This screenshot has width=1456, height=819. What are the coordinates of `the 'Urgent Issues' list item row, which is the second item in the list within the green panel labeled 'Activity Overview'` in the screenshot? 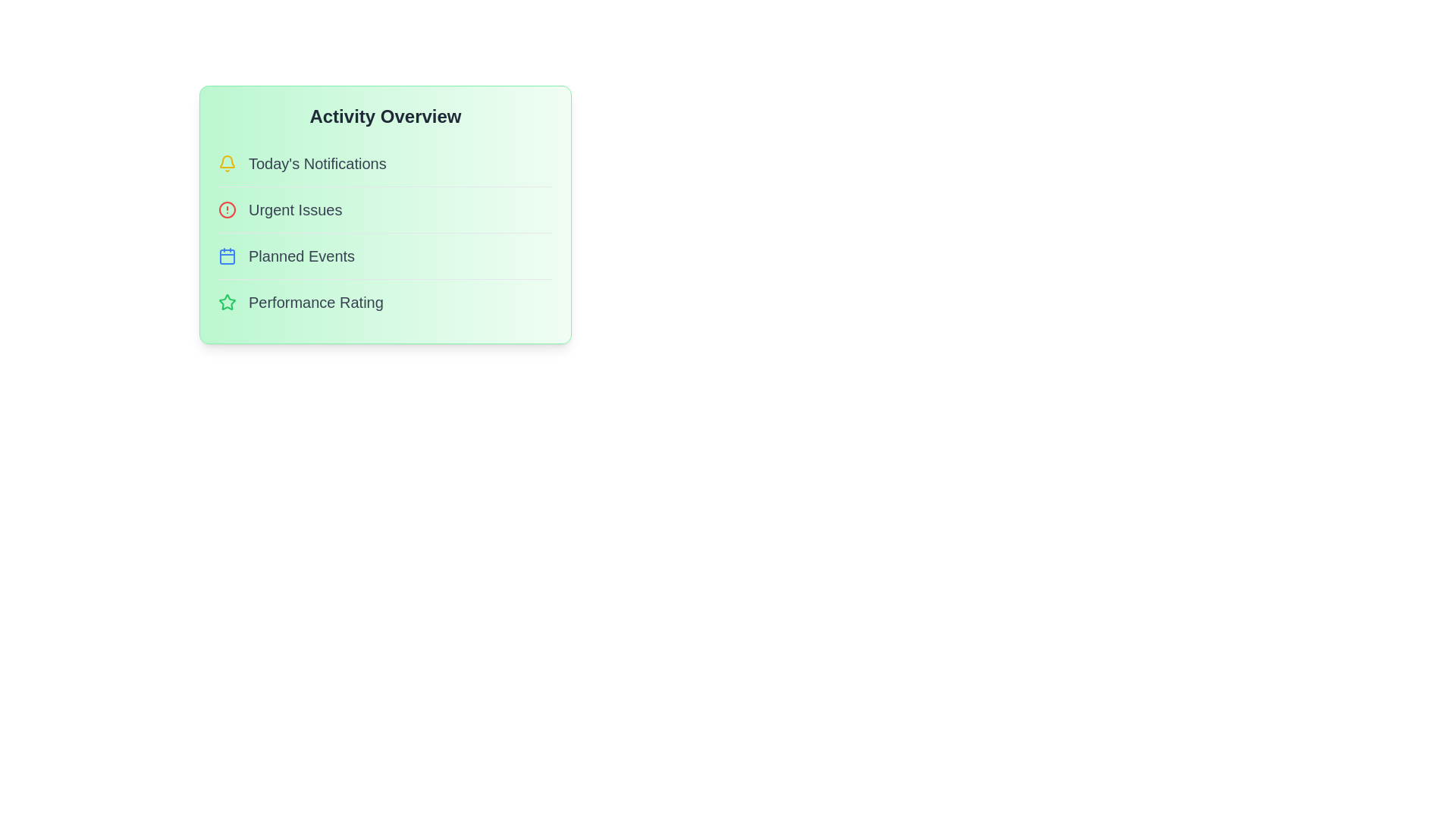 It's located at (385, 209).